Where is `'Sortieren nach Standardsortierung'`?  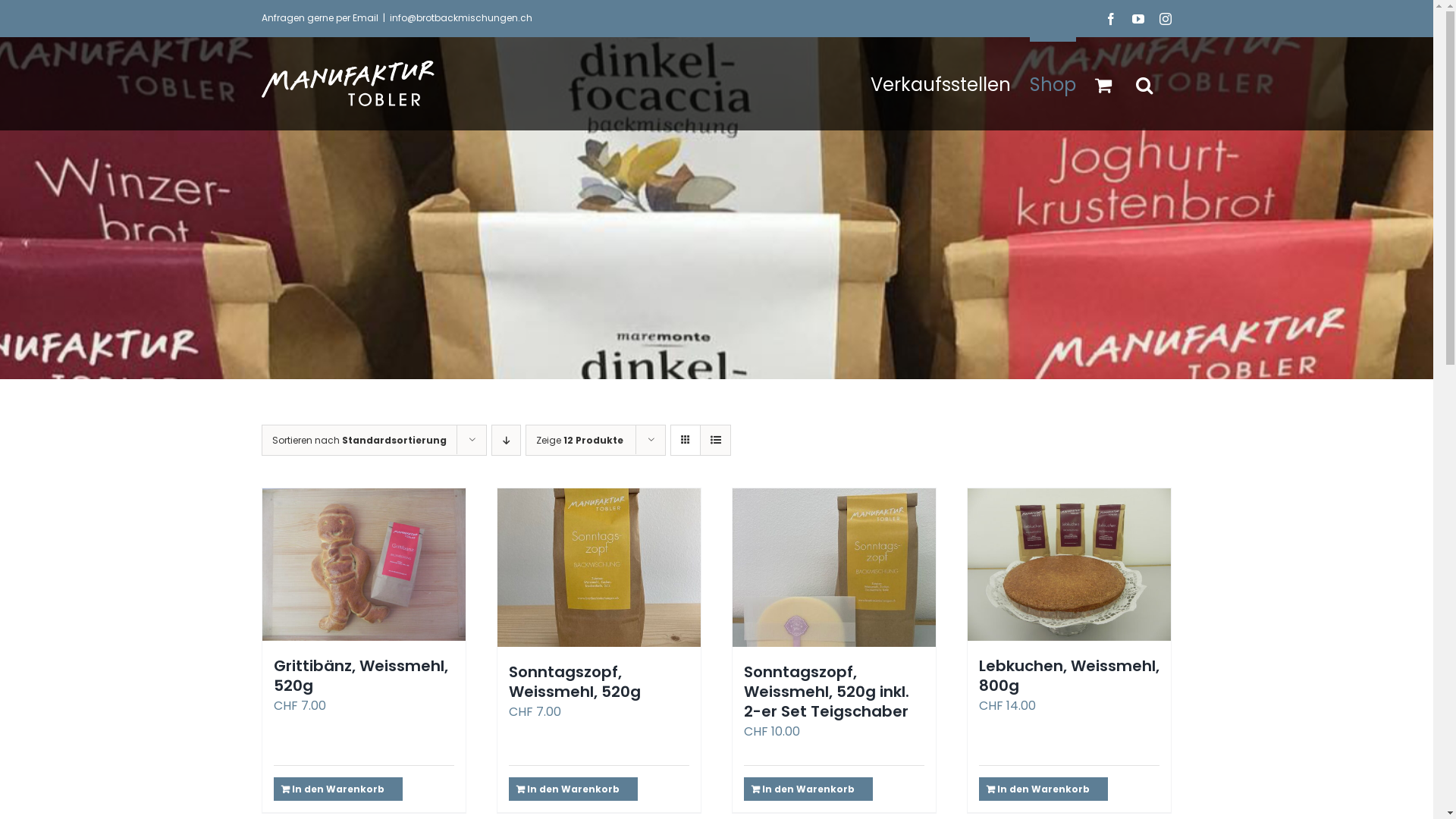 'Sortieren nach Standardsortierung' is located at coordinates (359, 440).